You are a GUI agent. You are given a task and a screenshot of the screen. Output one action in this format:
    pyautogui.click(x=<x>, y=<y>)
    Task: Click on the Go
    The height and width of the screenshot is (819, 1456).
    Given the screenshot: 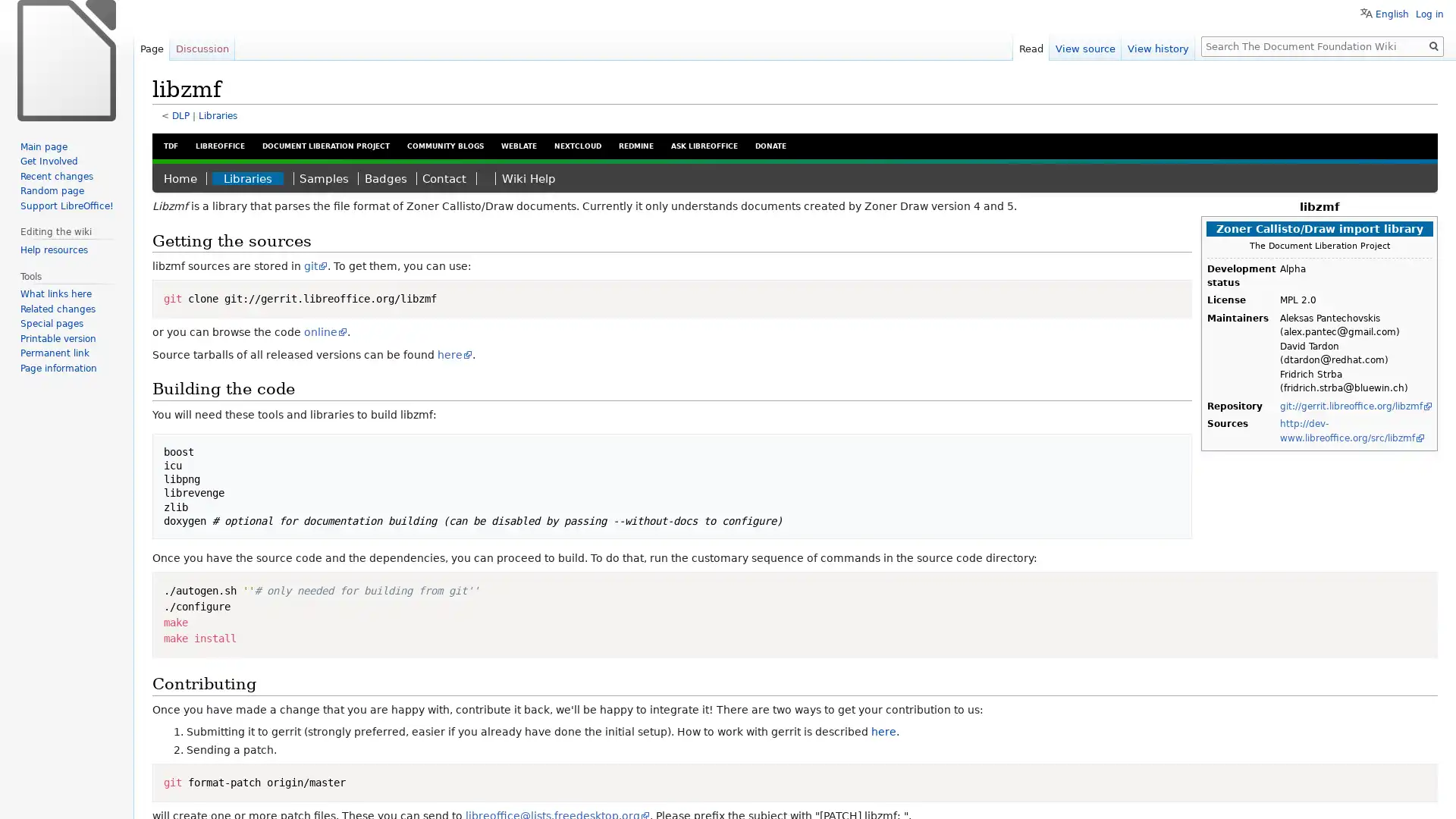 What is the action you would take?
    pyautogui.click(x=1433, y=45)
    